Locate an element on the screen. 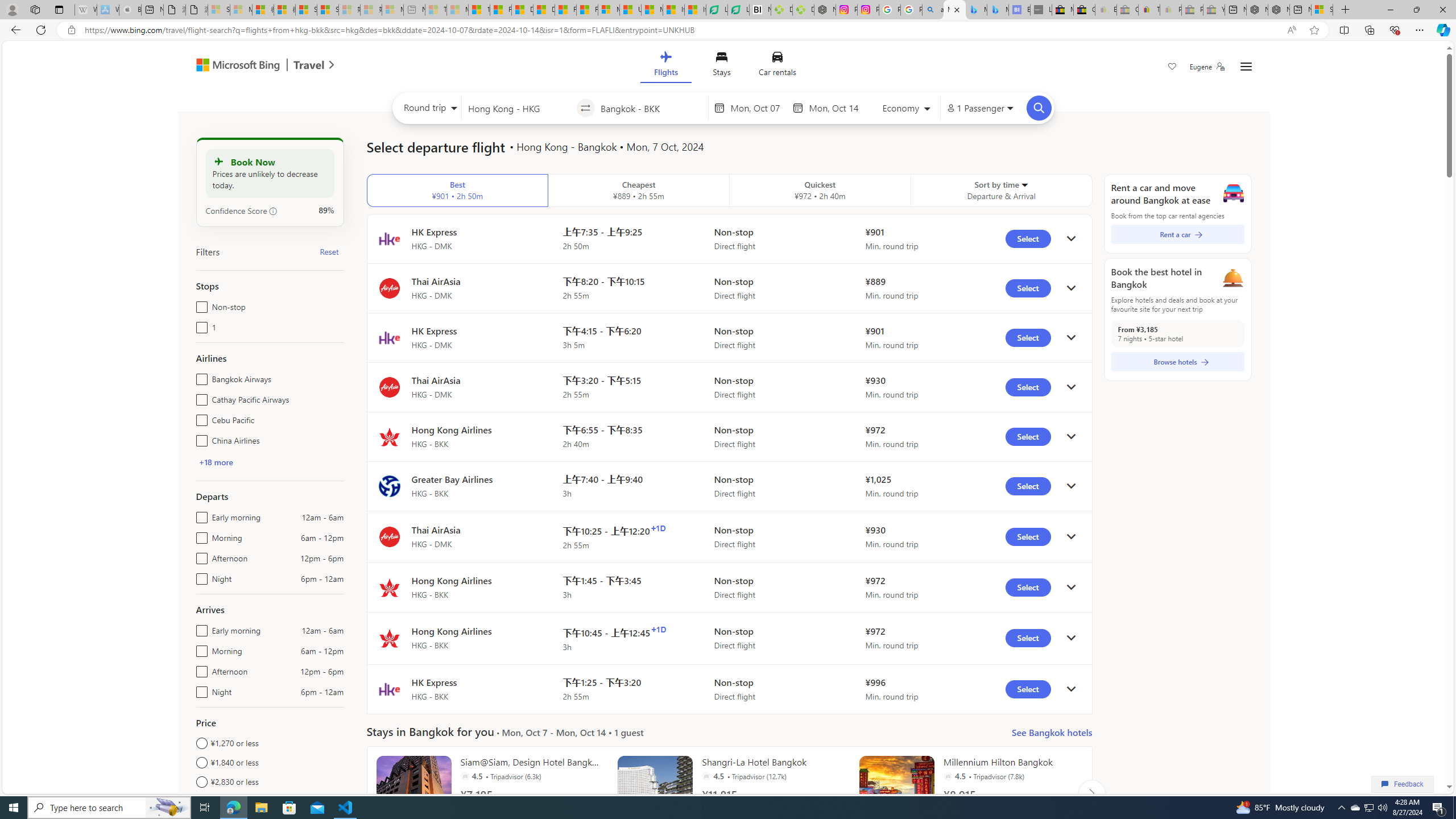  'Threats and offensive language policy | eBay' is located at coordinates (1149, 9).